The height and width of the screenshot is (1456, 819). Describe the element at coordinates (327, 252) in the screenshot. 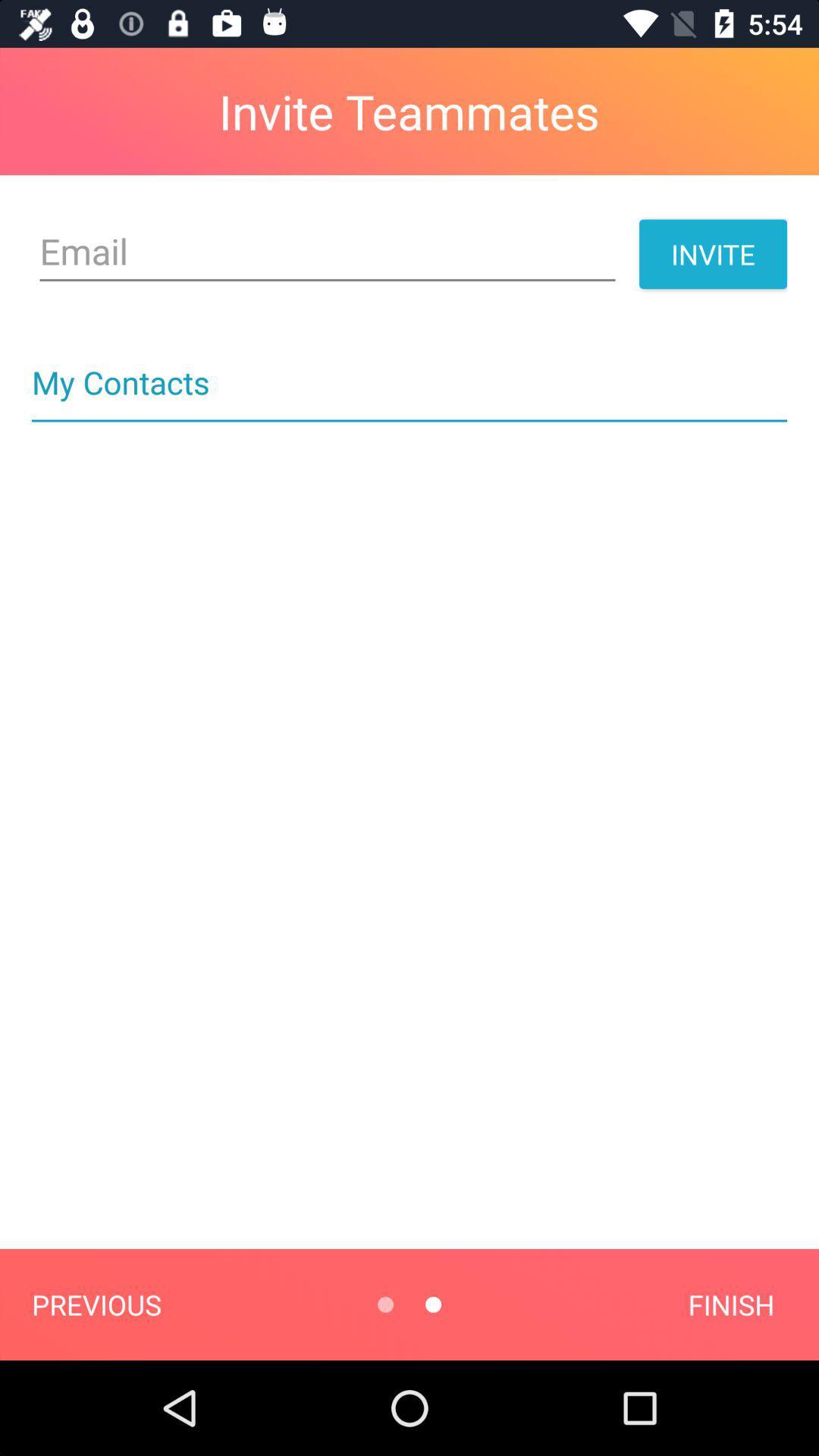

I see `icon next to invite item` at that location.